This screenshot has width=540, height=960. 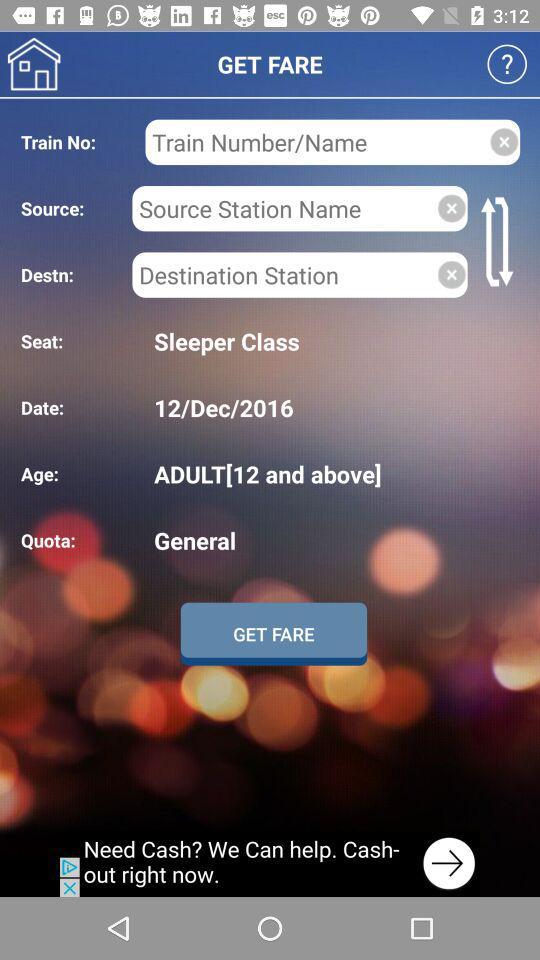 What do you see at coordinates (283, 274) in the screenshot?
I see `destination` at bounding box center [283, 274].